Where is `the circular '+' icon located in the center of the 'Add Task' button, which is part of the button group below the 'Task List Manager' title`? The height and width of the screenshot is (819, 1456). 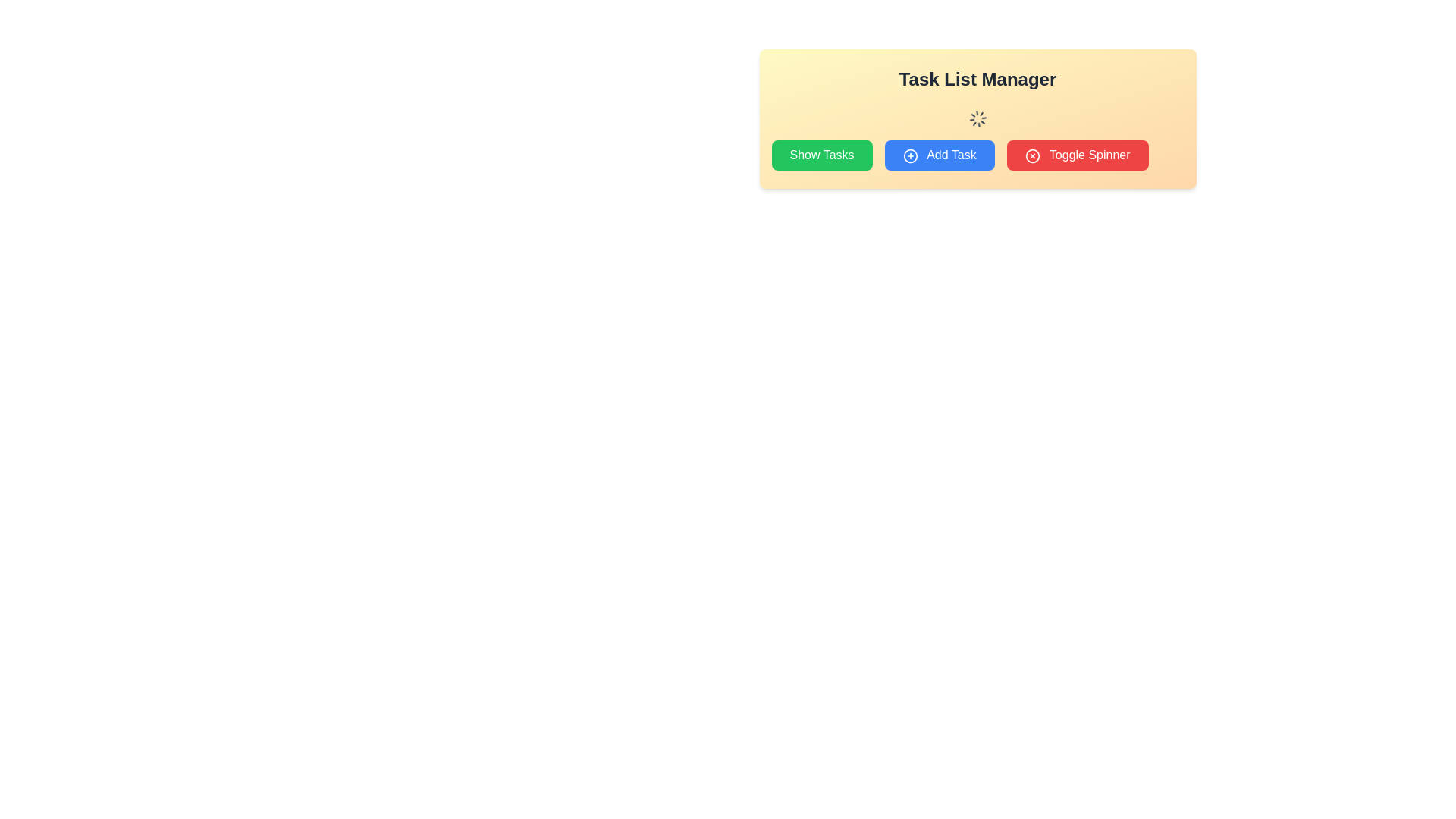 the circular '+' icon located in the center of the 'Add Task' button, which is part of the button group below the 'Task List Manager' title is located at coordinates (910, 155).